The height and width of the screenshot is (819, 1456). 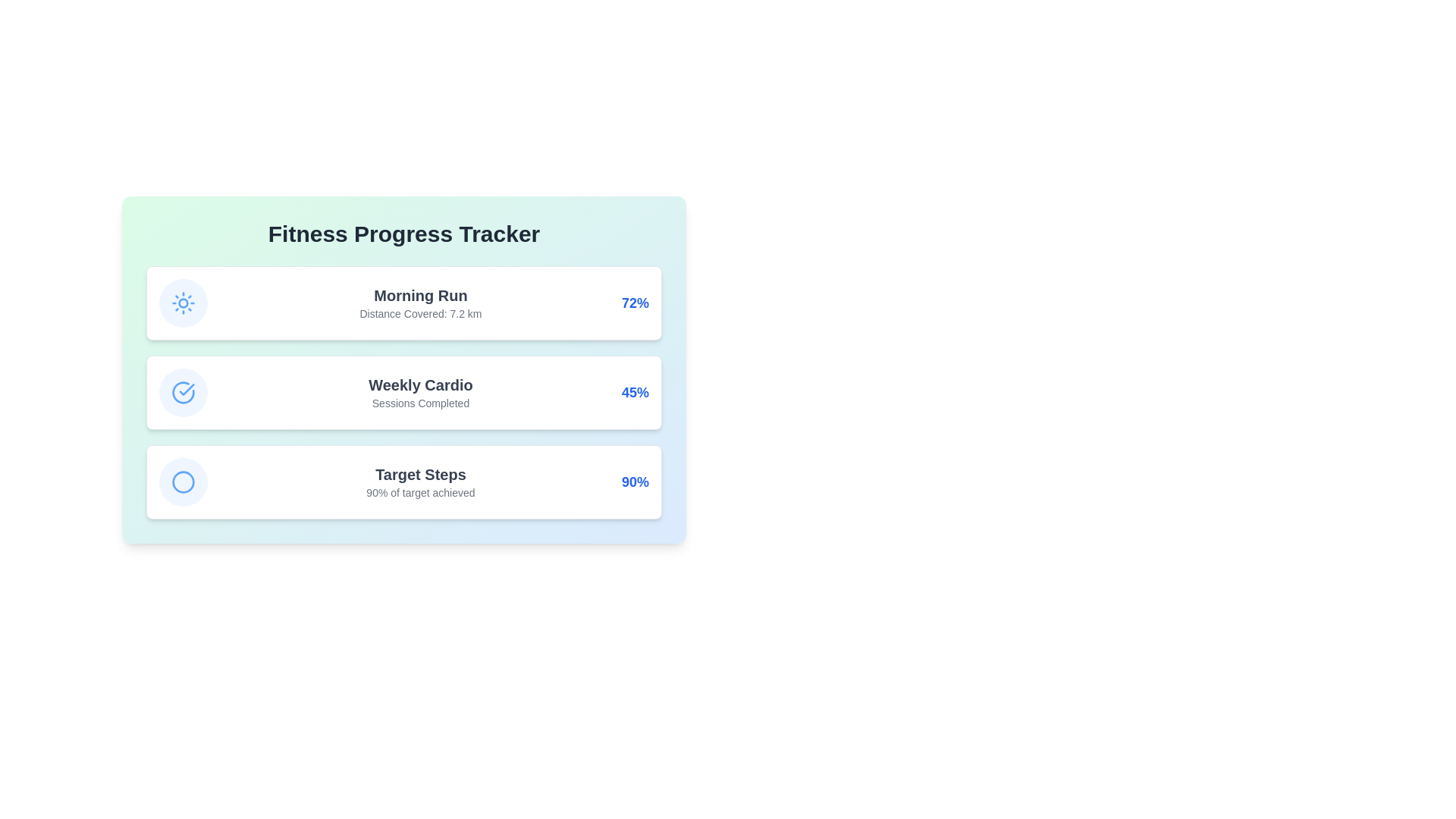 What do you see at coordinates (182, 482) in the screenshot?
I see `the 'Target Steps' icon, which is the third icon in a vertical list at the bottom section of the interface` at bounding box center [182, 482].